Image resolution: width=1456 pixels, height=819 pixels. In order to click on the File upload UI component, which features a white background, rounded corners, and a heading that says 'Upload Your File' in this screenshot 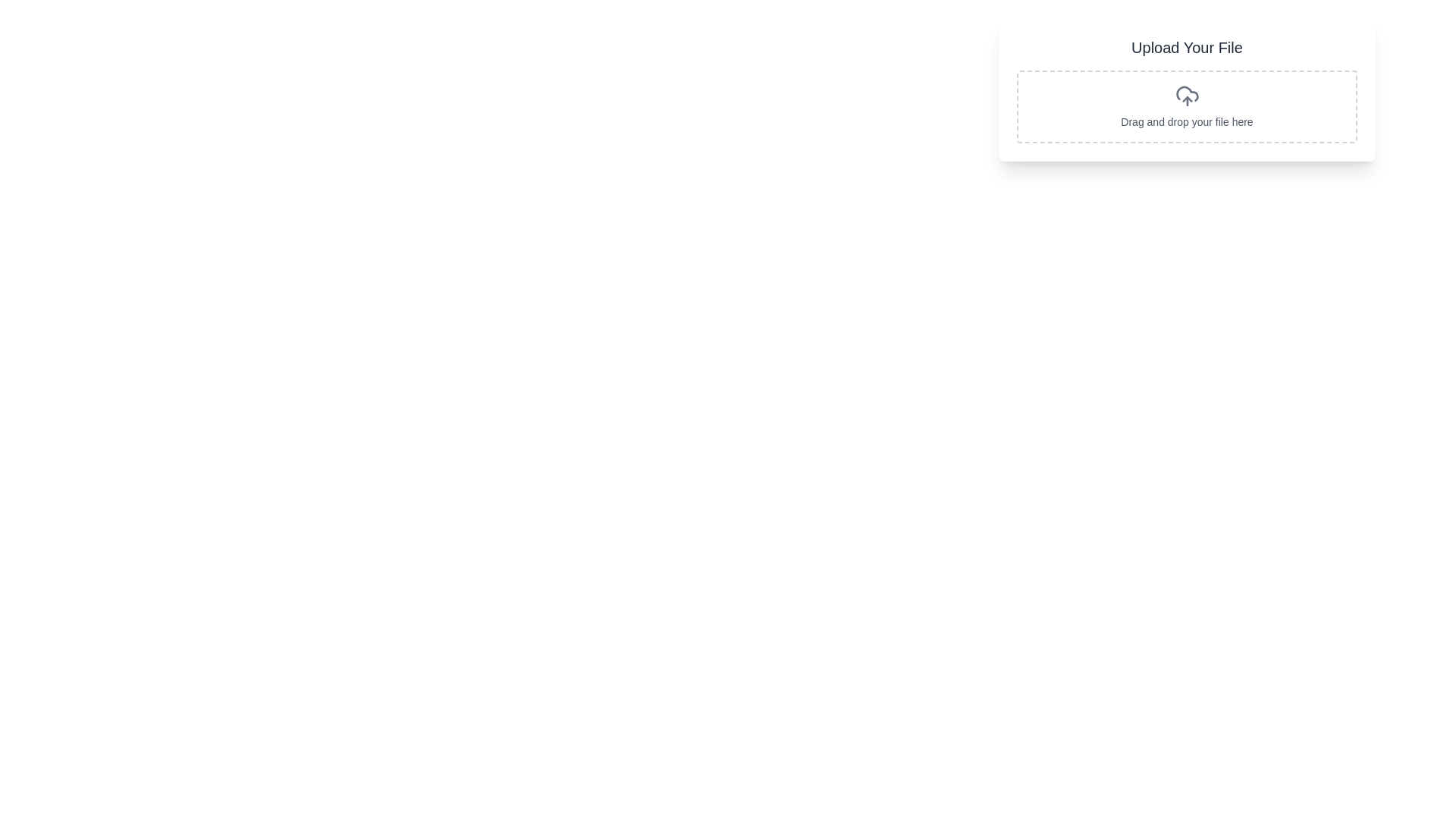, I will do `click(1186, 90)`.